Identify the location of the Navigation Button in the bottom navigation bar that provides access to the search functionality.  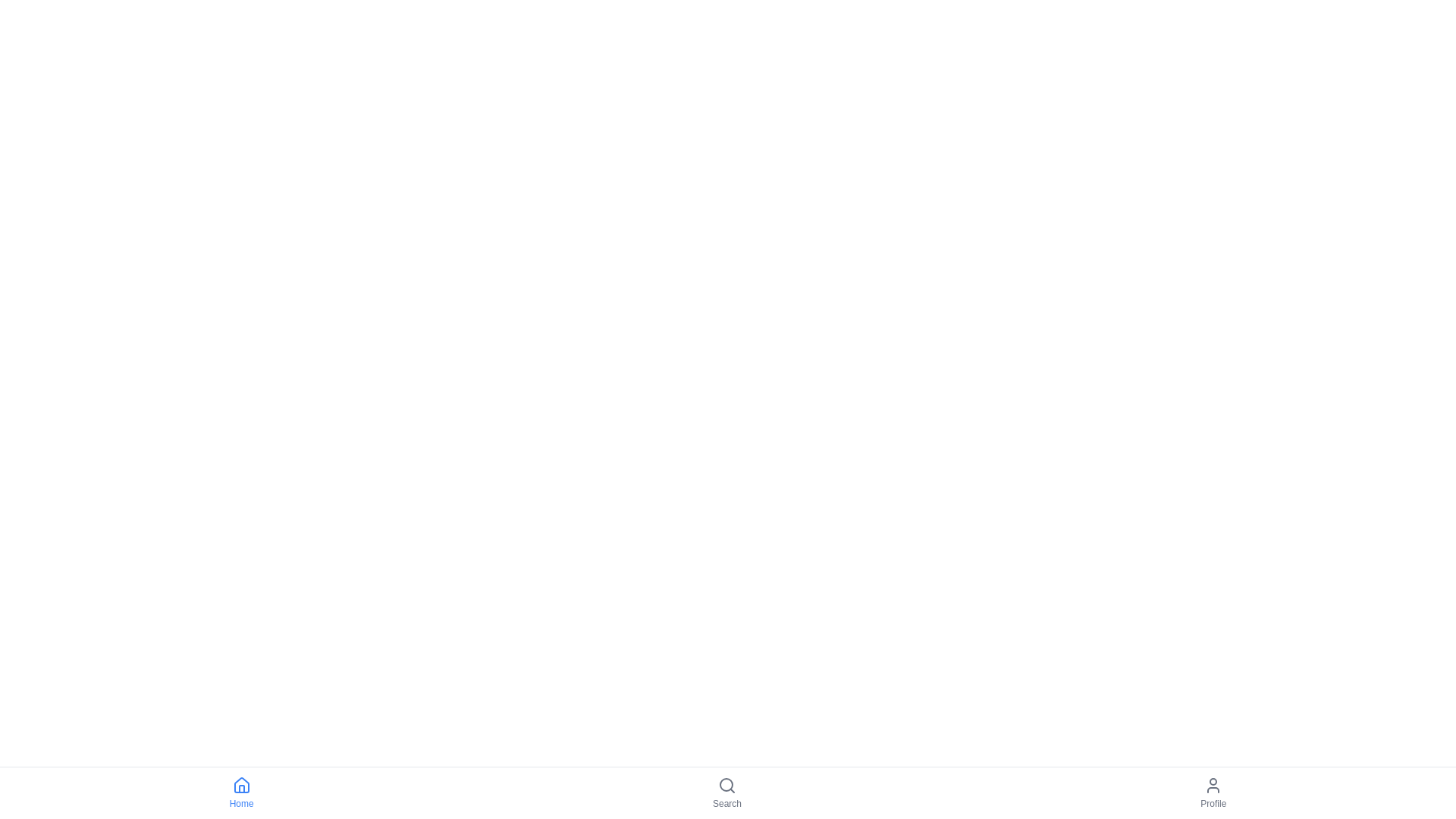
(726, 792).